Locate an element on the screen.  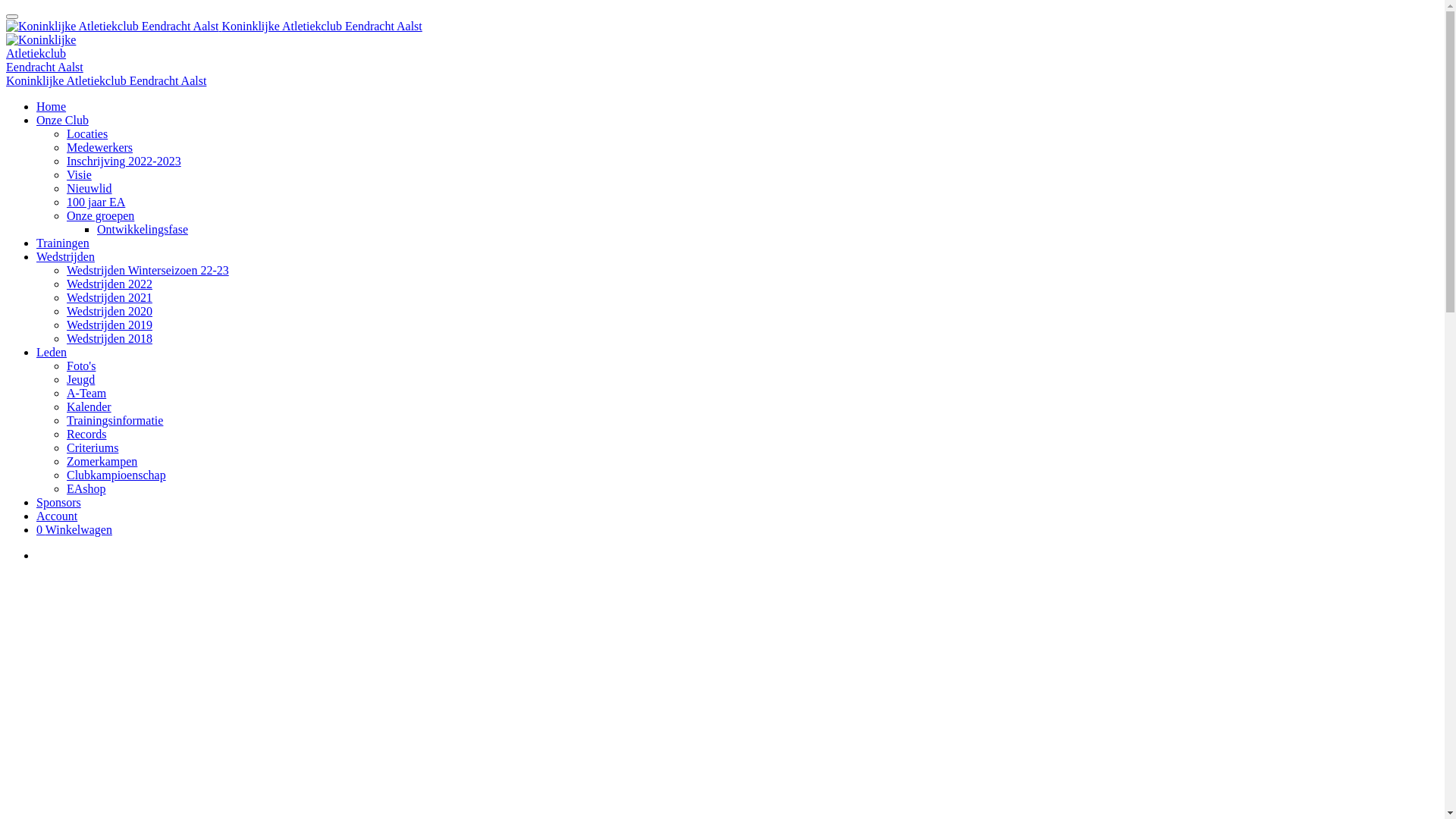
'Wedstrijden 2018' is located at coordinates (108, 337).